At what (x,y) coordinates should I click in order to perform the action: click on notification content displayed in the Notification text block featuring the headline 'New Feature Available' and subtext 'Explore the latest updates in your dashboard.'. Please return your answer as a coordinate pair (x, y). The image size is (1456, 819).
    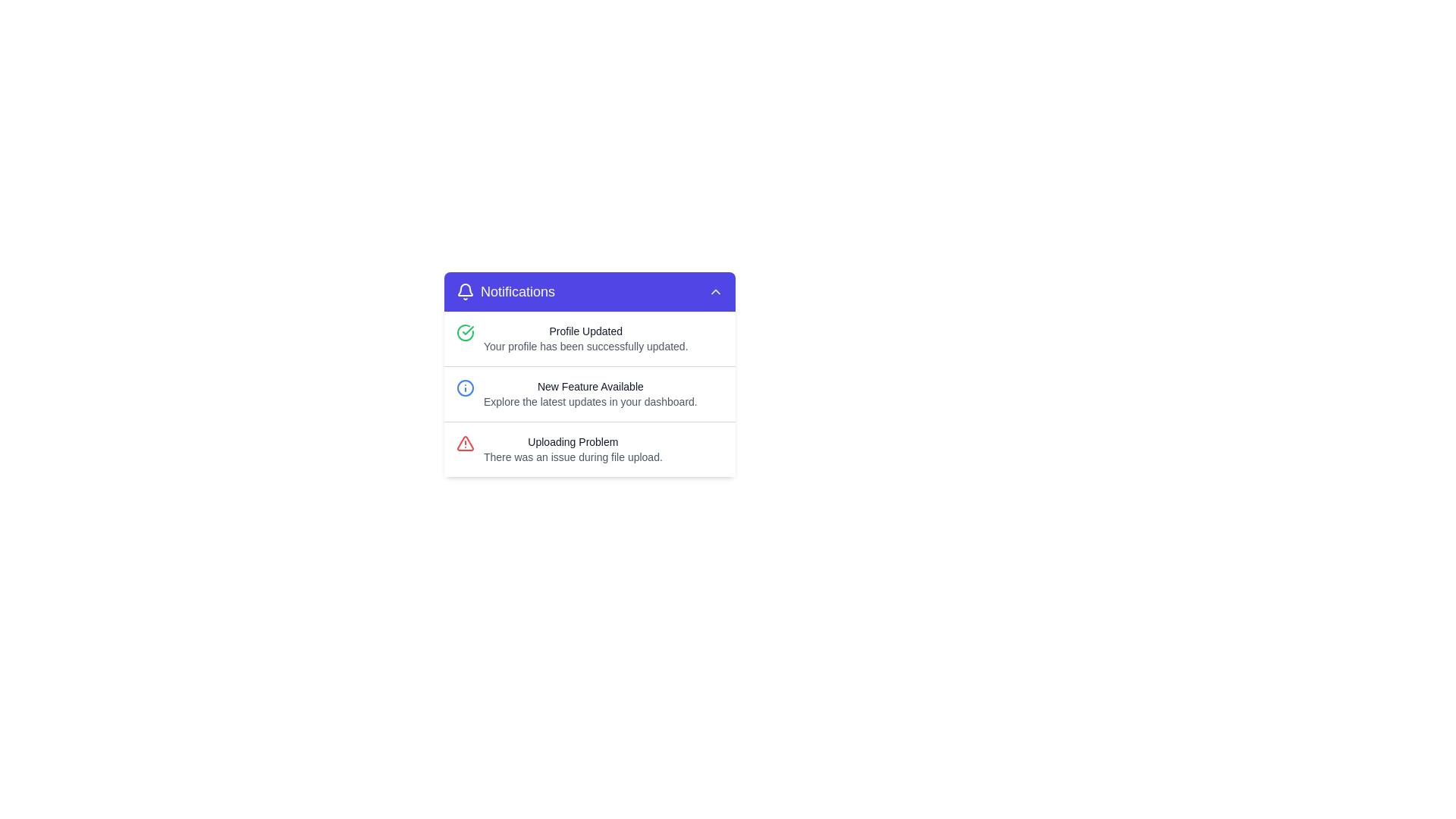
    Looking at the image, I should click on (589, 394).